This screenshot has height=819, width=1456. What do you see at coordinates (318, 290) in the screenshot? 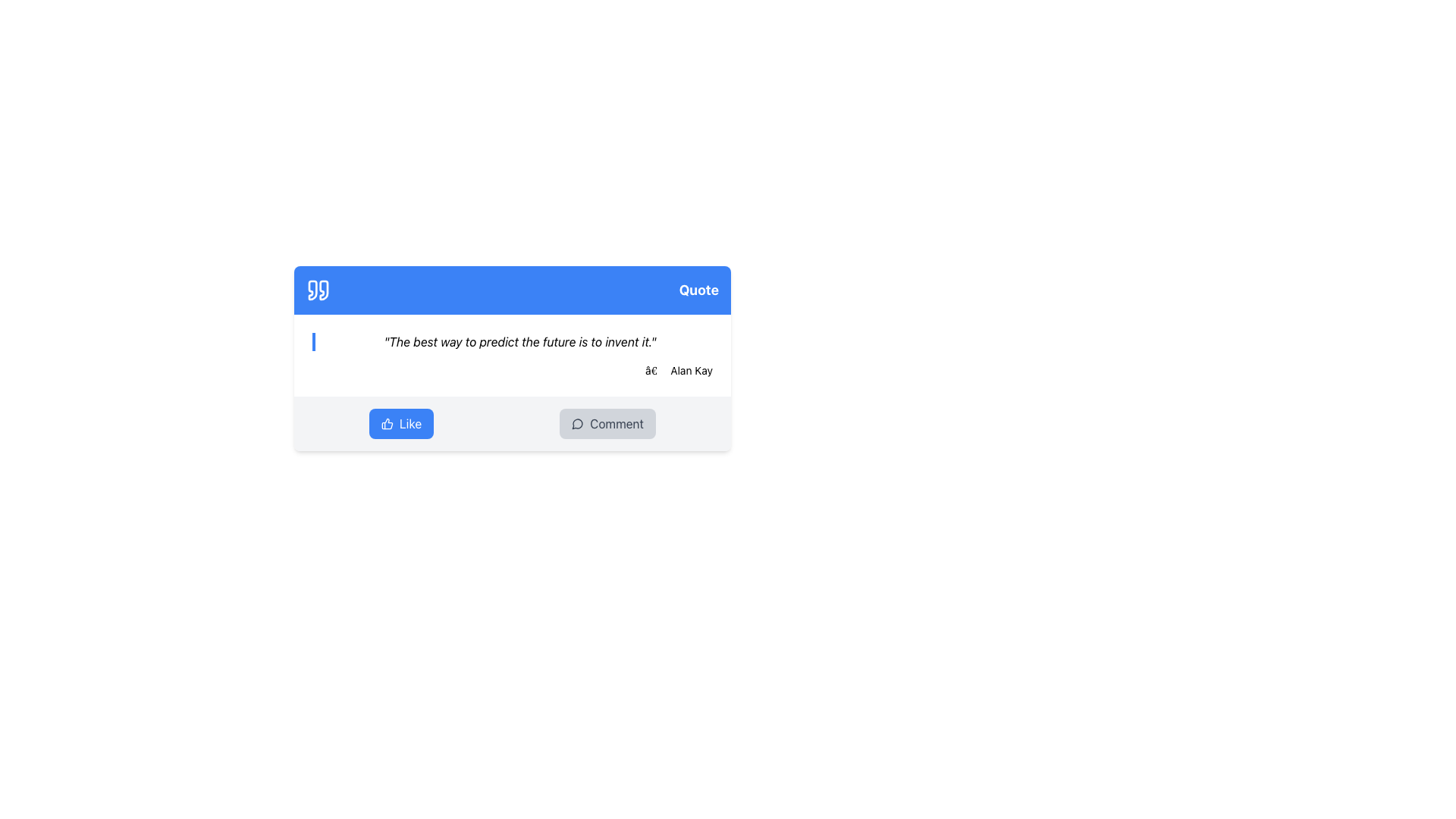
I see `the decorative quote icon located at the top left side of the blue header area, which is positioned directly to the left of the 'Quote' text` at bounding box center [318, 290].